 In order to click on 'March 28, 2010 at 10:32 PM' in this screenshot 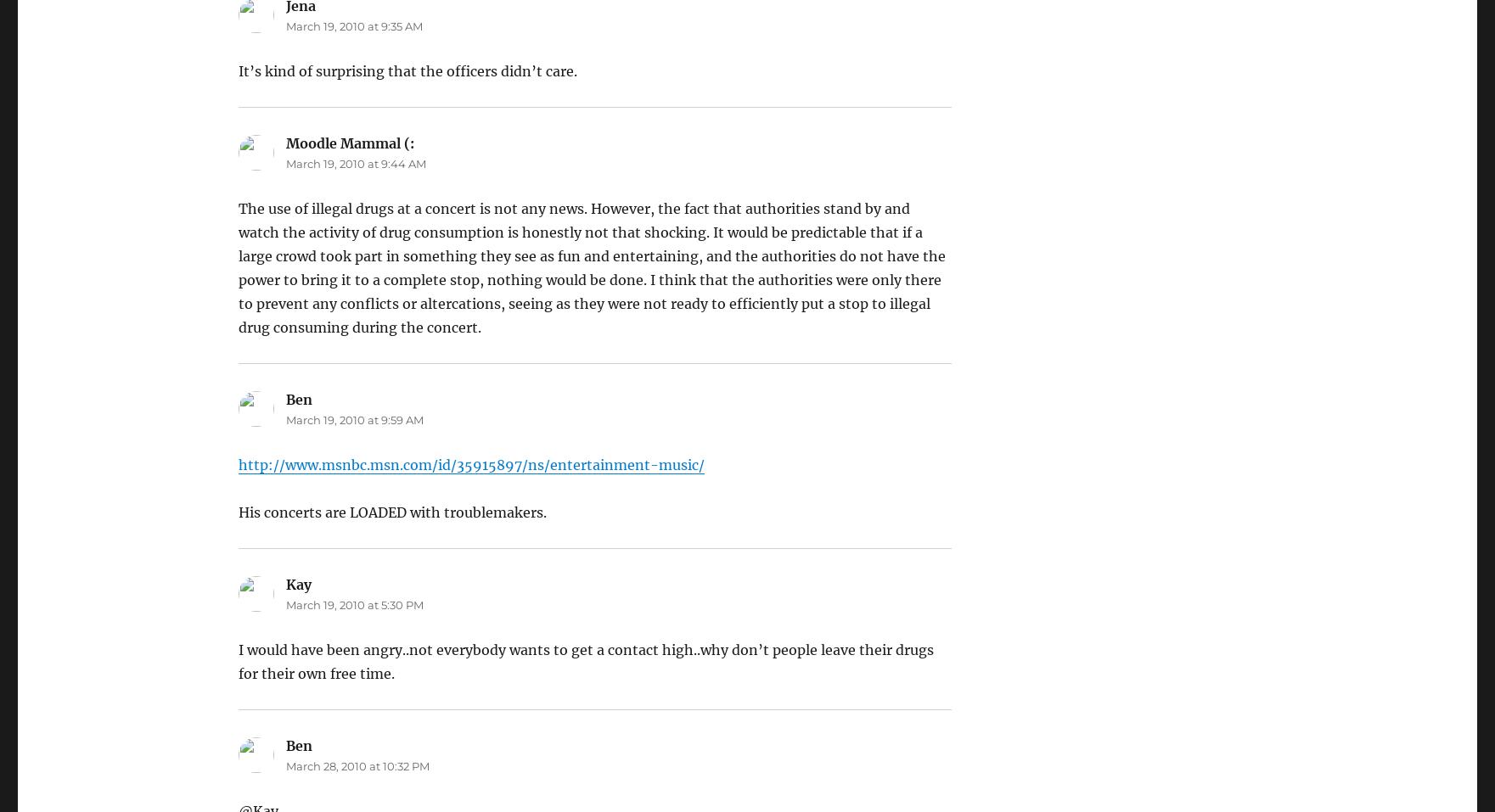, I will do `click(356, 766)`.